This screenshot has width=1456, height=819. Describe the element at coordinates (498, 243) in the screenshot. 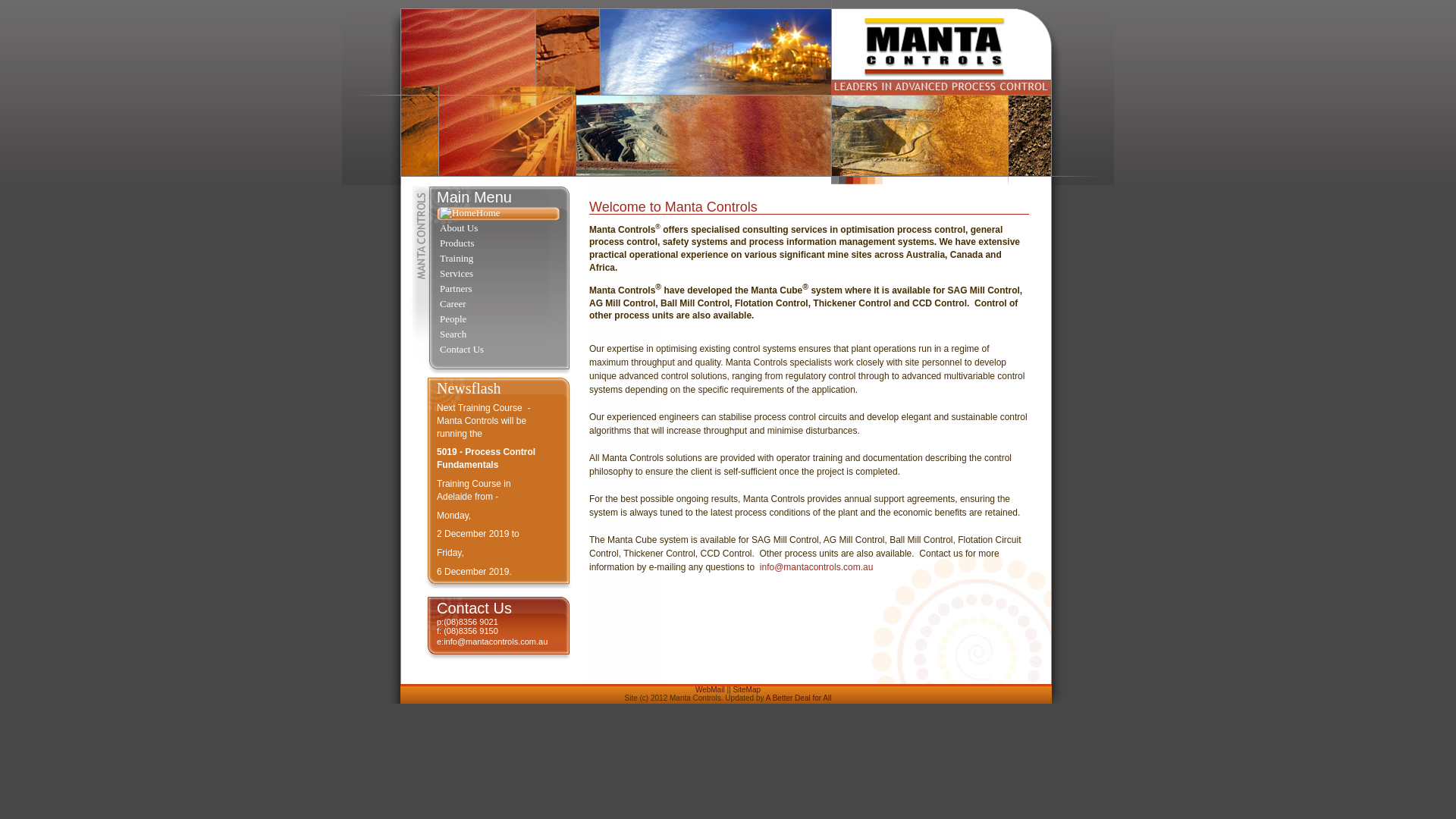

I see `'Products'` at that location.